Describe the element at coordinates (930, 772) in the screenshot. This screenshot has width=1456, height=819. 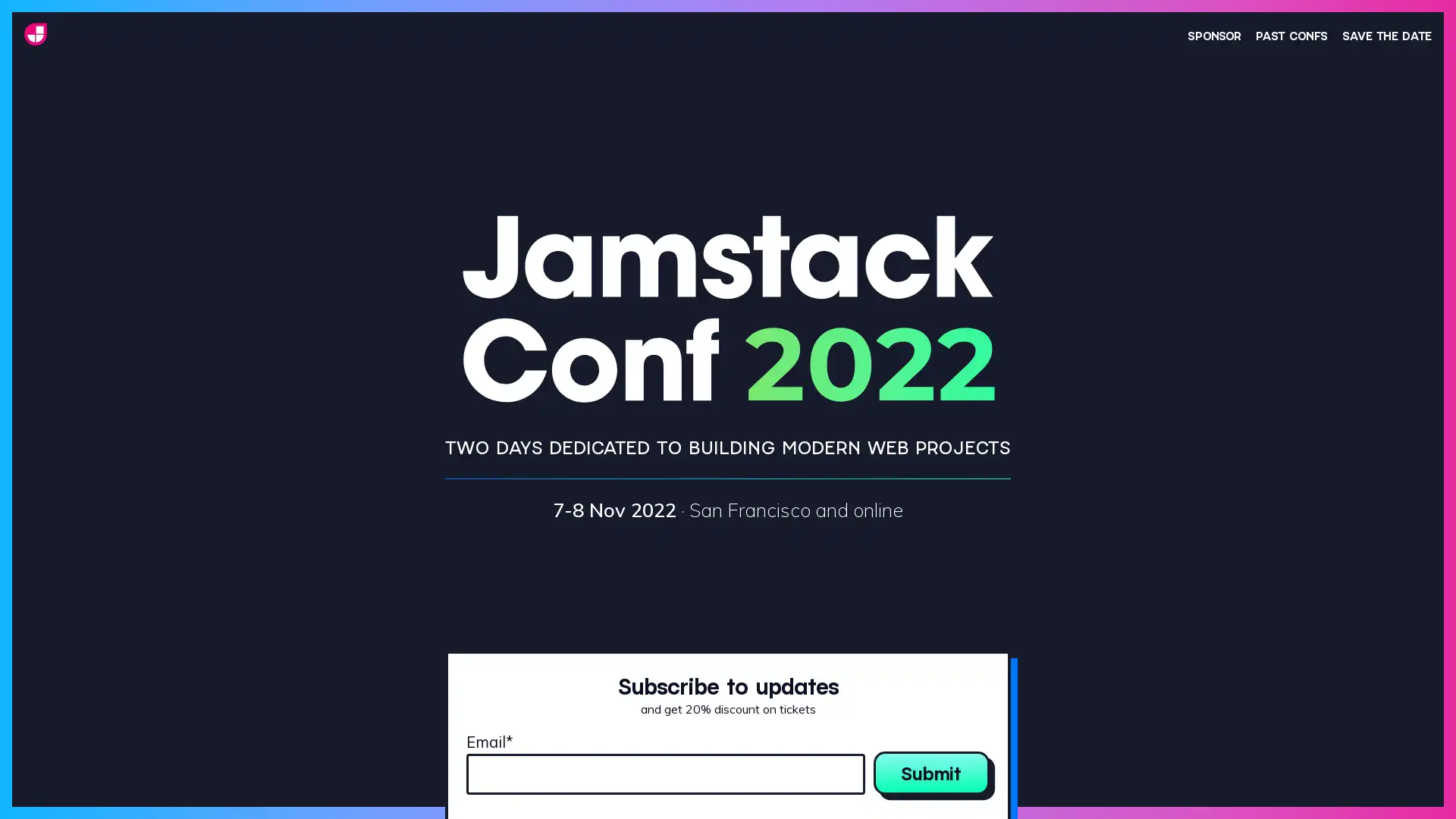
I see `Submit` at that location.